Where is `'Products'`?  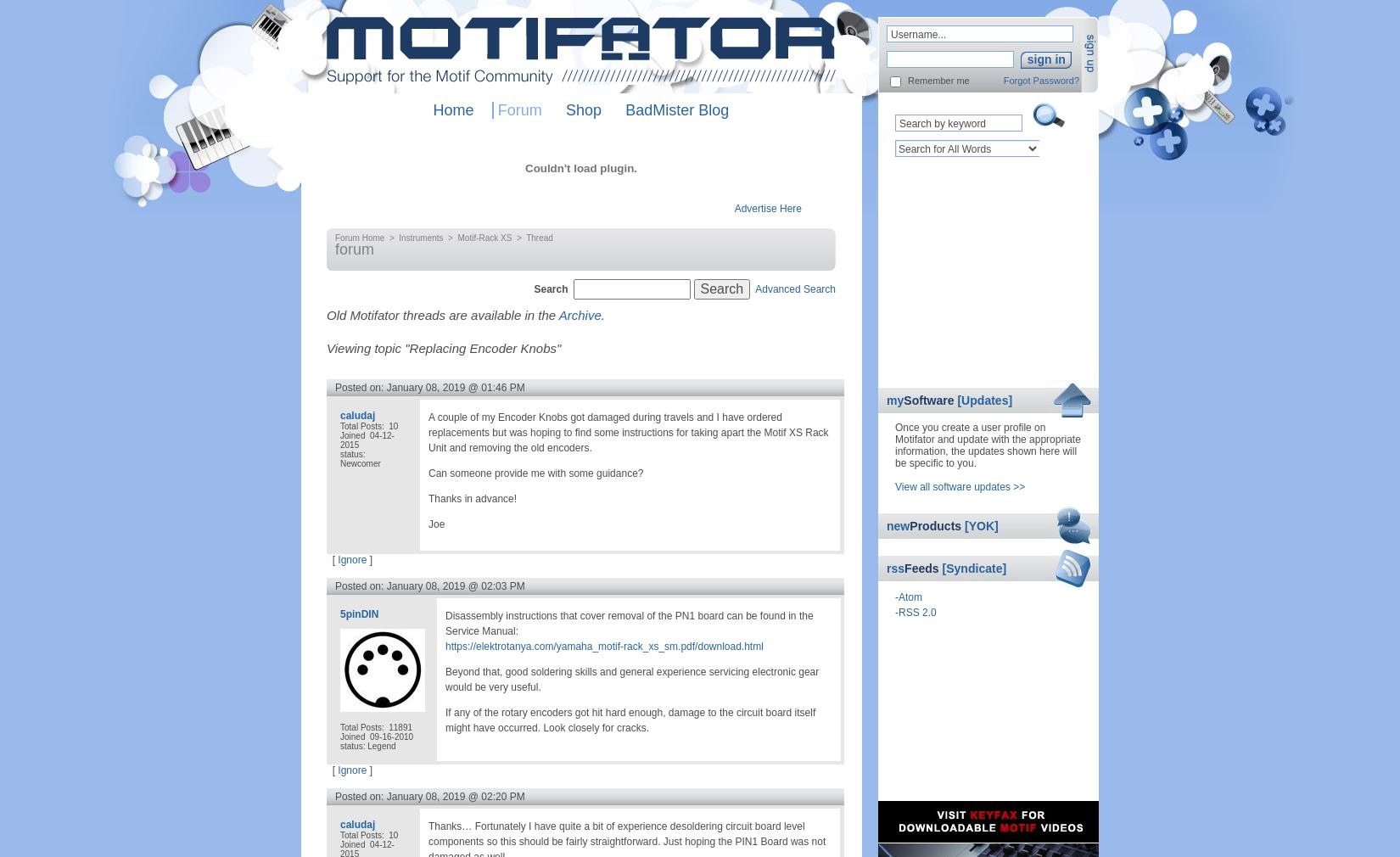 'Products' is located at coordinates (937, 525).